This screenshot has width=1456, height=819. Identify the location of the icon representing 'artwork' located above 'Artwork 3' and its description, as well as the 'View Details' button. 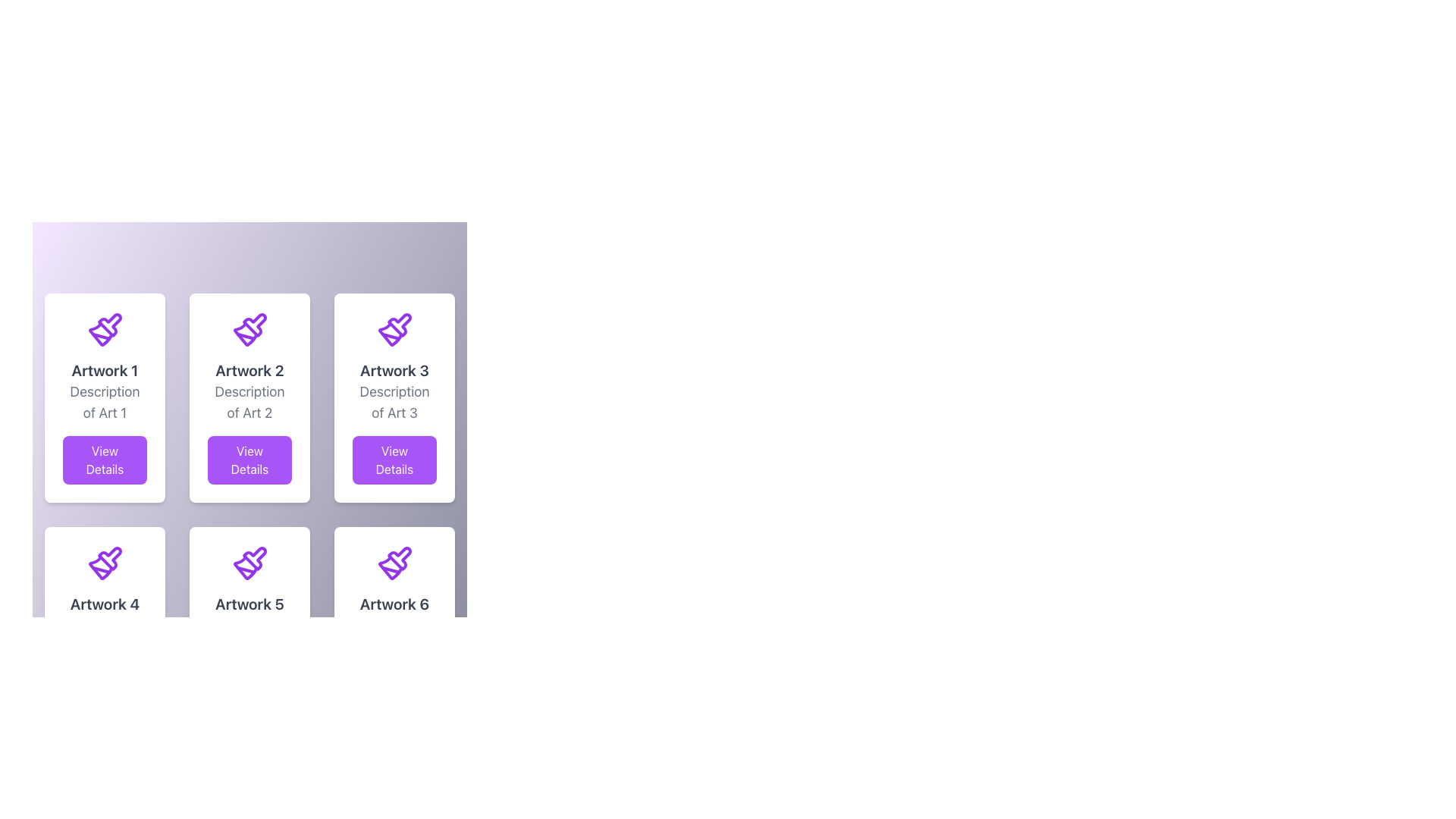
(394, 329).